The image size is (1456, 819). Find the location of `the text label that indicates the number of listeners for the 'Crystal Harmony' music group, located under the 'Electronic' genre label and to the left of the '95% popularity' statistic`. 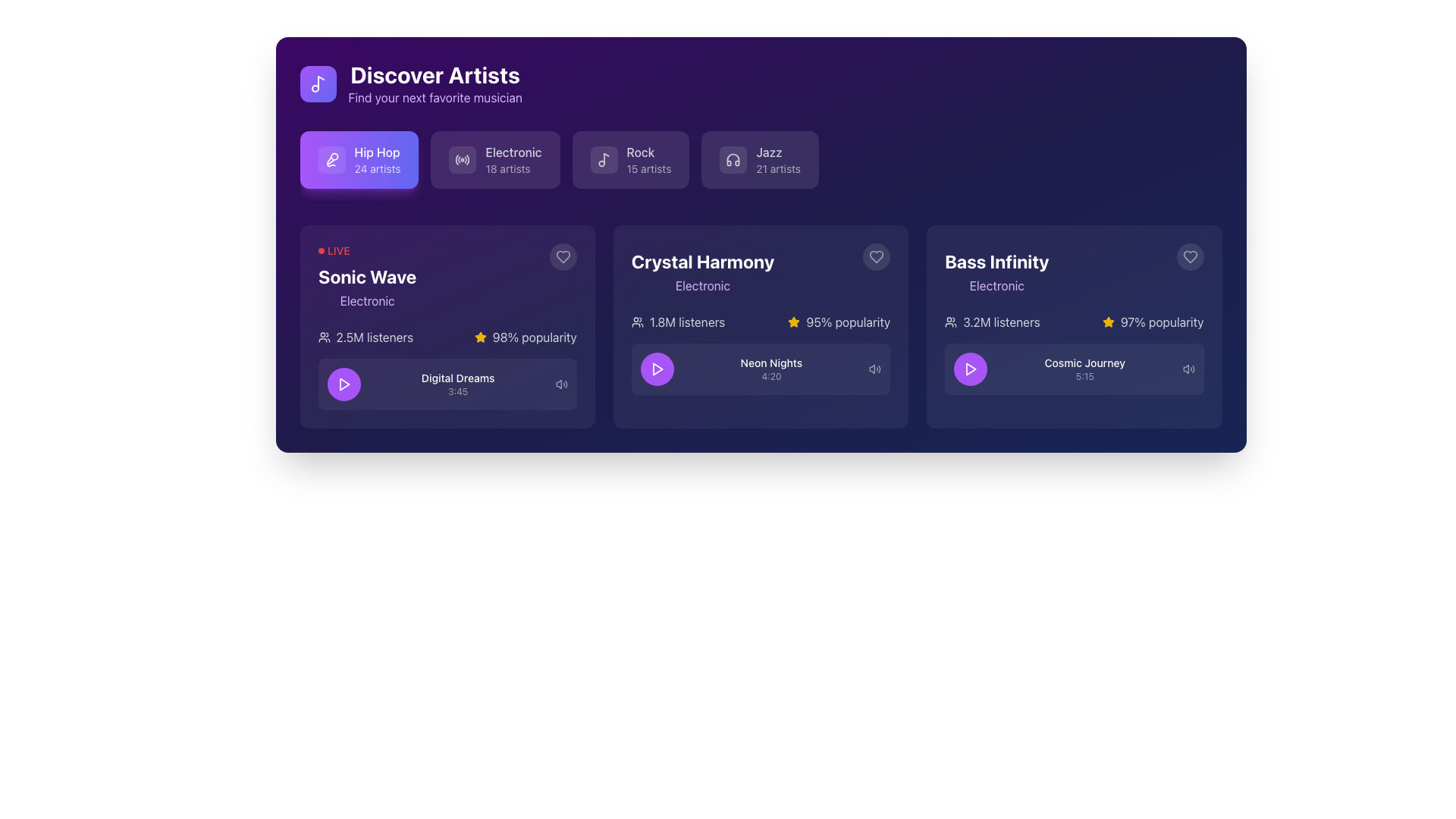

the text label that indicates the number of listeners for the 'Crystal Harmony' music group, located under the 'Electronic' genre label and to the left of the '95% popularity' statistic is located at coordinates (686, 321).